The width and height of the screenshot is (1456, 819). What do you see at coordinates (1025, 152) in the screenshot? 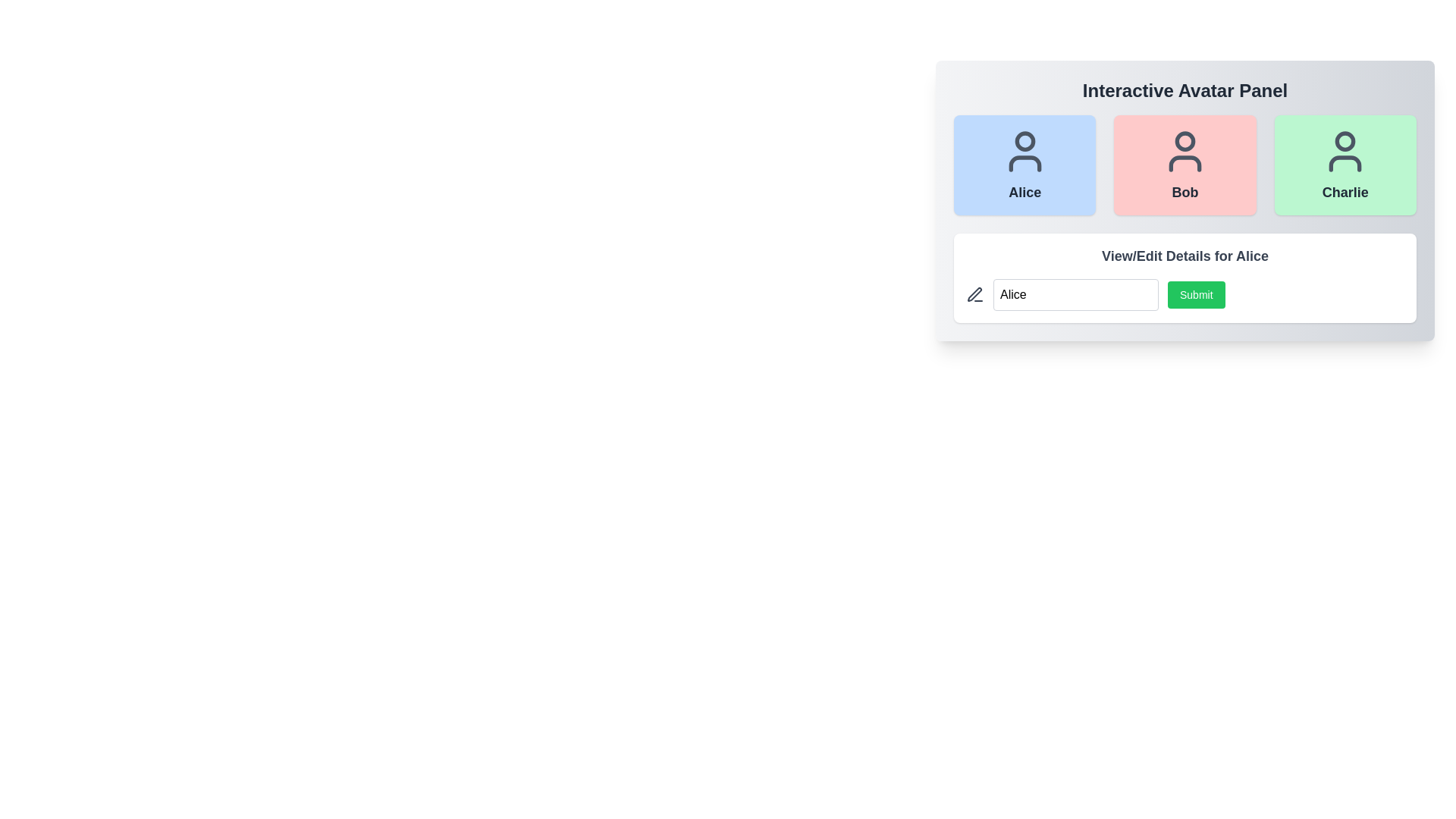
I see `the user profile icon representing 'Alice' which is a gray outline of a human figure located centrally in the user card` at bounding box center [1025, 152].